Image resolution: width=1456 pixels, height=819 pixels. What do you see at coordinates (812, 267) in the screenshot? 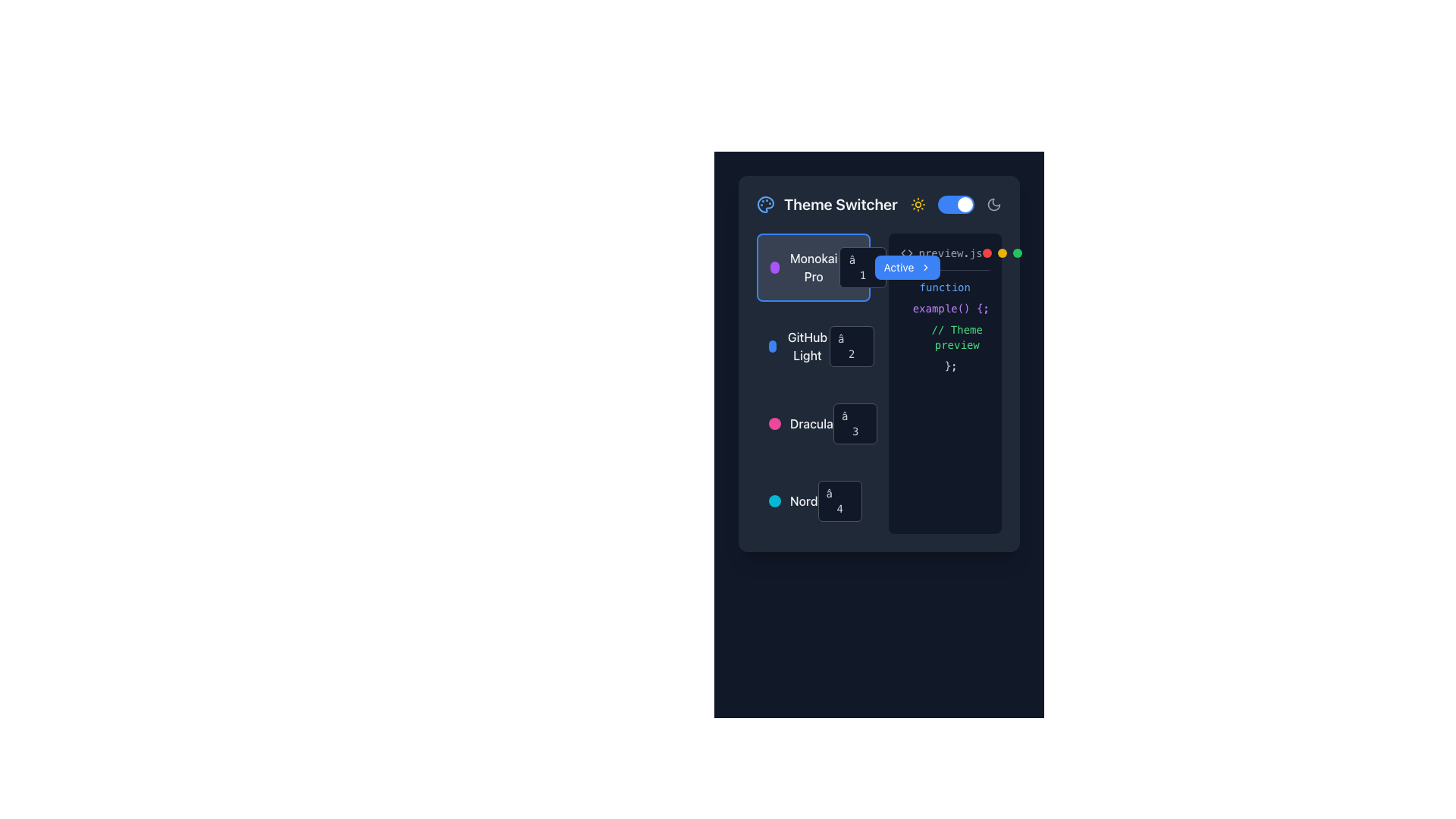
I see `the first list item displaying 'Monokai Pro' with an associated badge` at bounding box center [812, 267].